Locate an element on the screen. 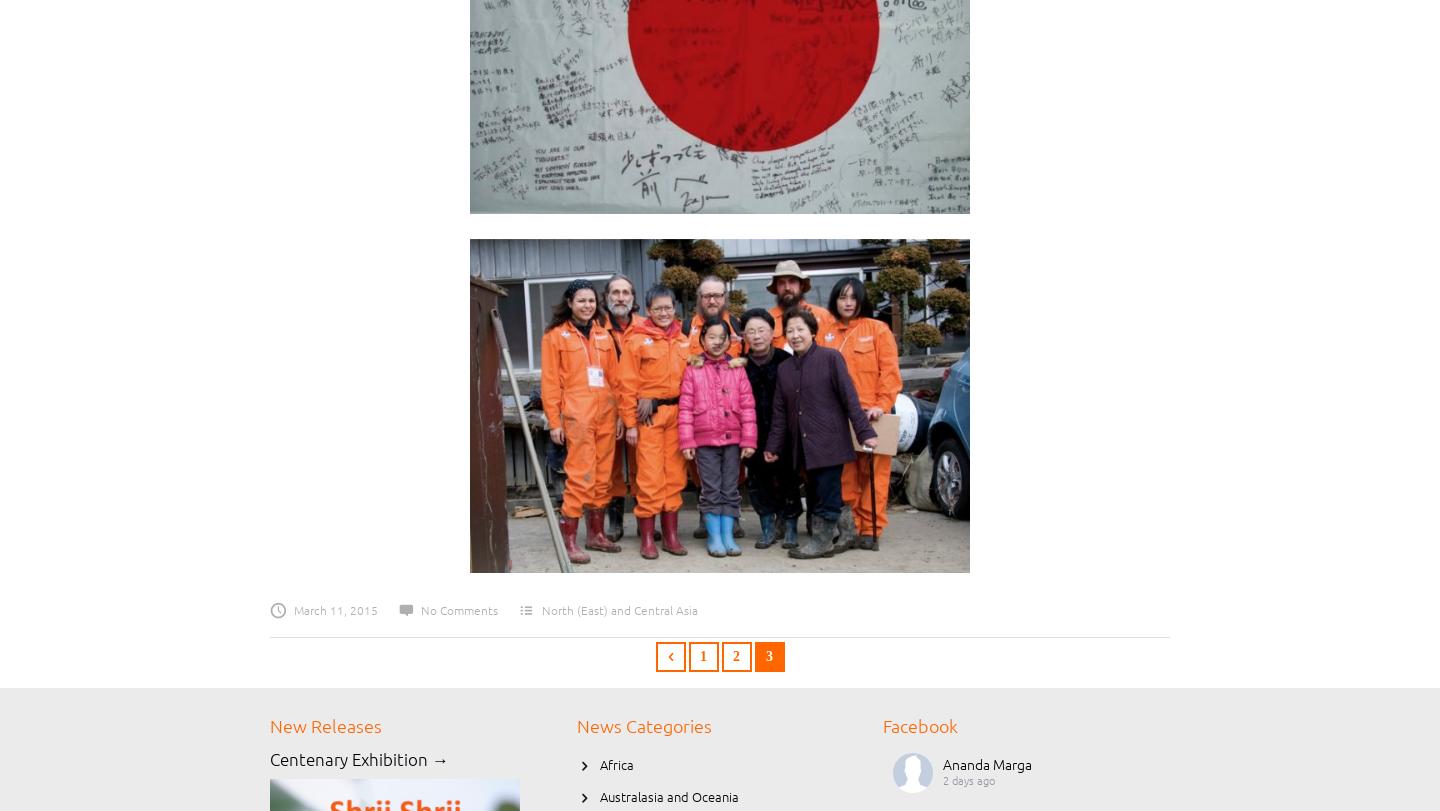 The width and height of the screenshot is (1440, 811). 'North (East) and Central Asia' is located at coordinates (618, 610).